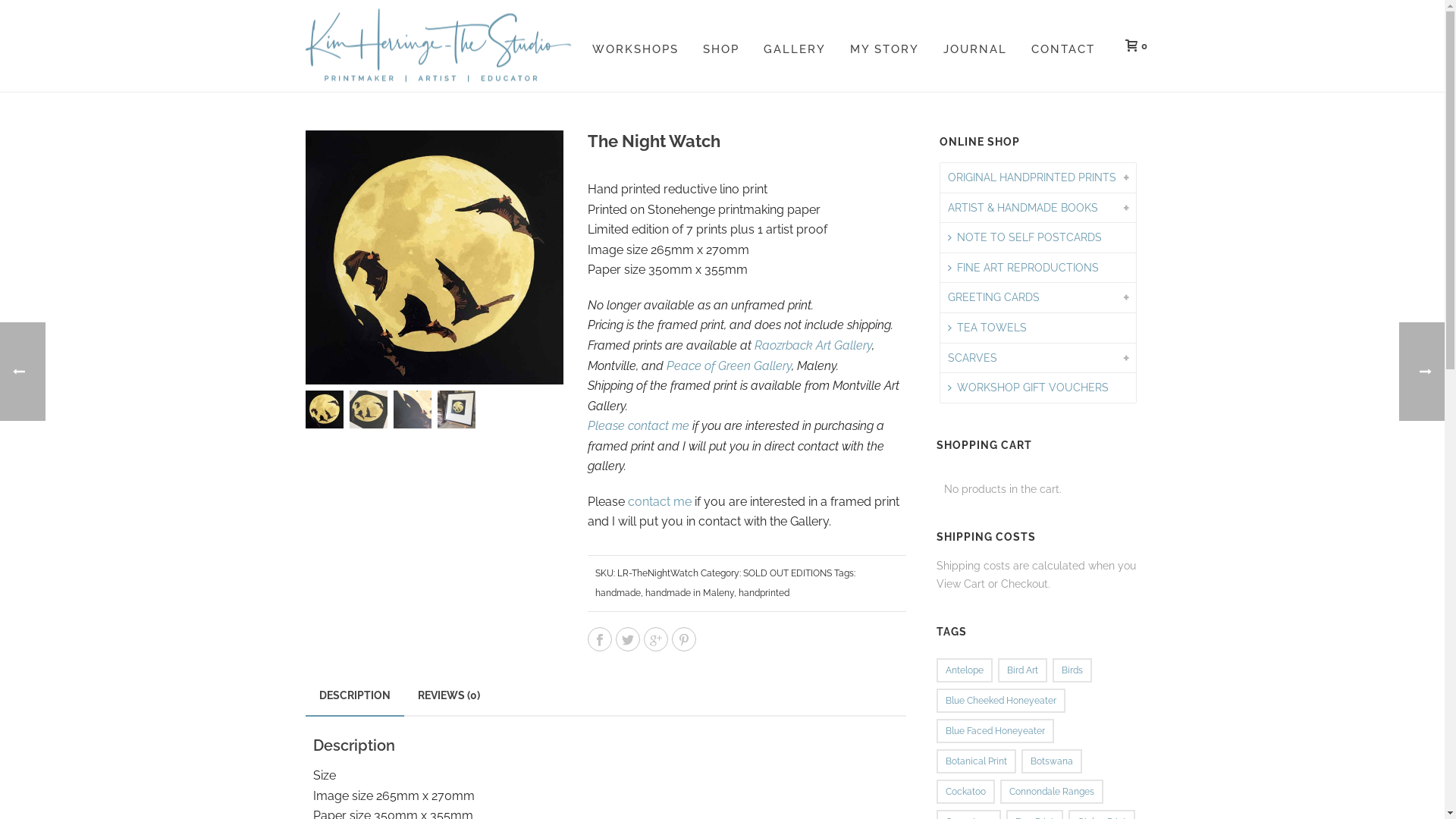 The image size is (1456, 819). Describe the element at coordinates (586, 425) in the screenshot. I see `'Please contact me'` at that location.